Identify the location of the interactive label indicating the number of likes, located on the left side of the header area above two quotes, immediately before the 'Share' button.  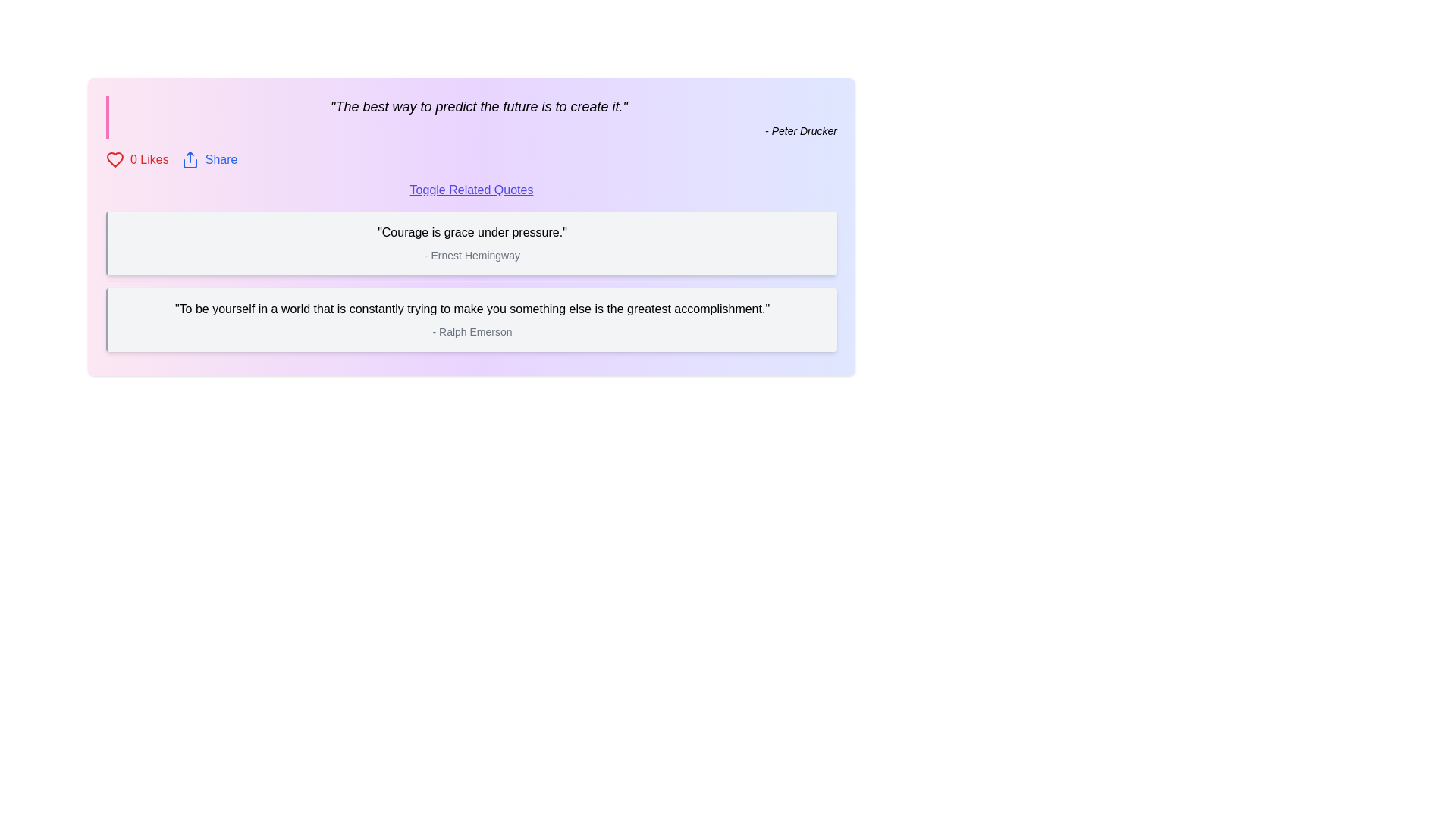
(137, 160).